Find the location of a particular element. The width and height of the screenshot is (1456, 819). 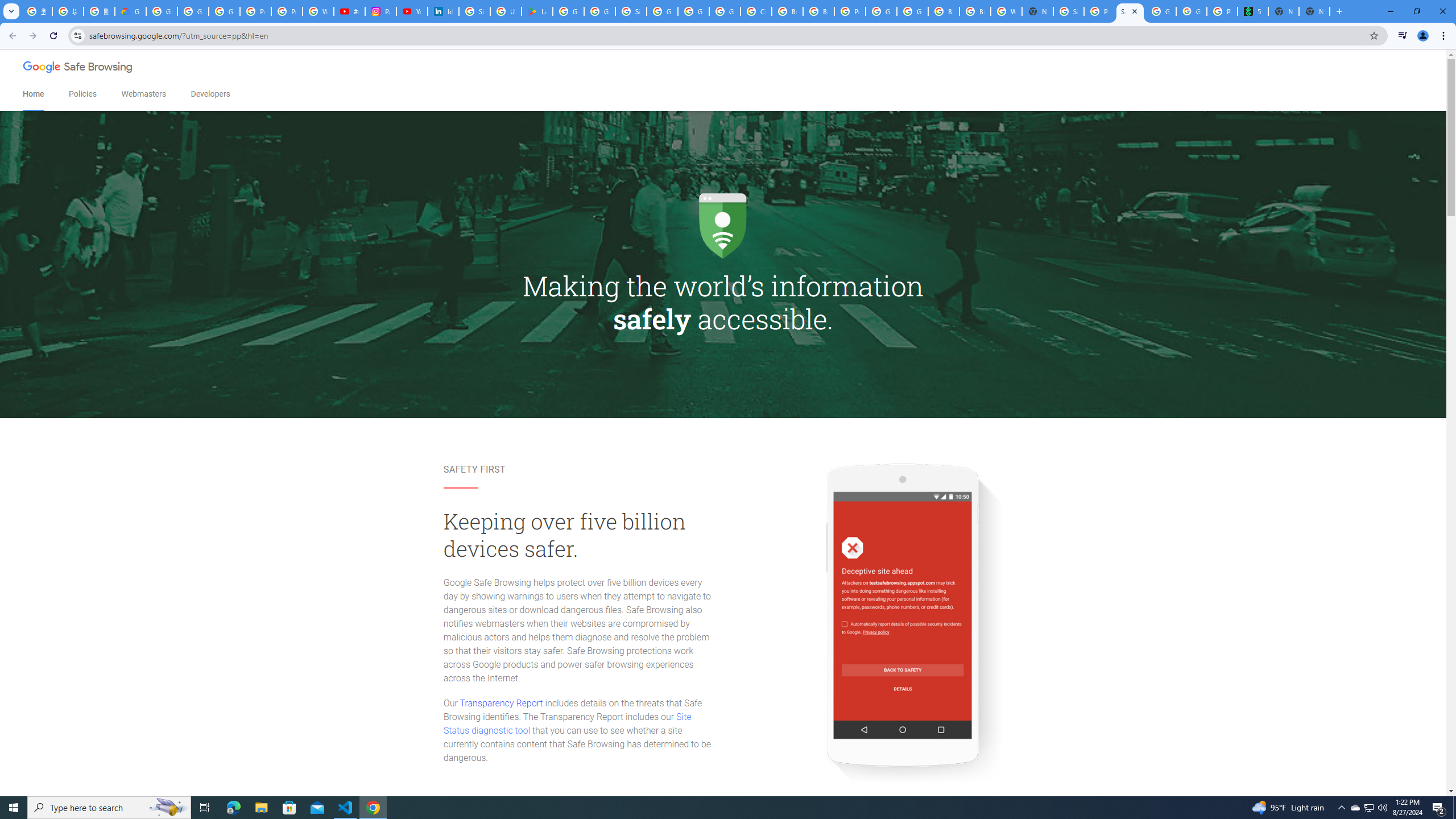

'New Tab' is located at coordinates (1314, 11).